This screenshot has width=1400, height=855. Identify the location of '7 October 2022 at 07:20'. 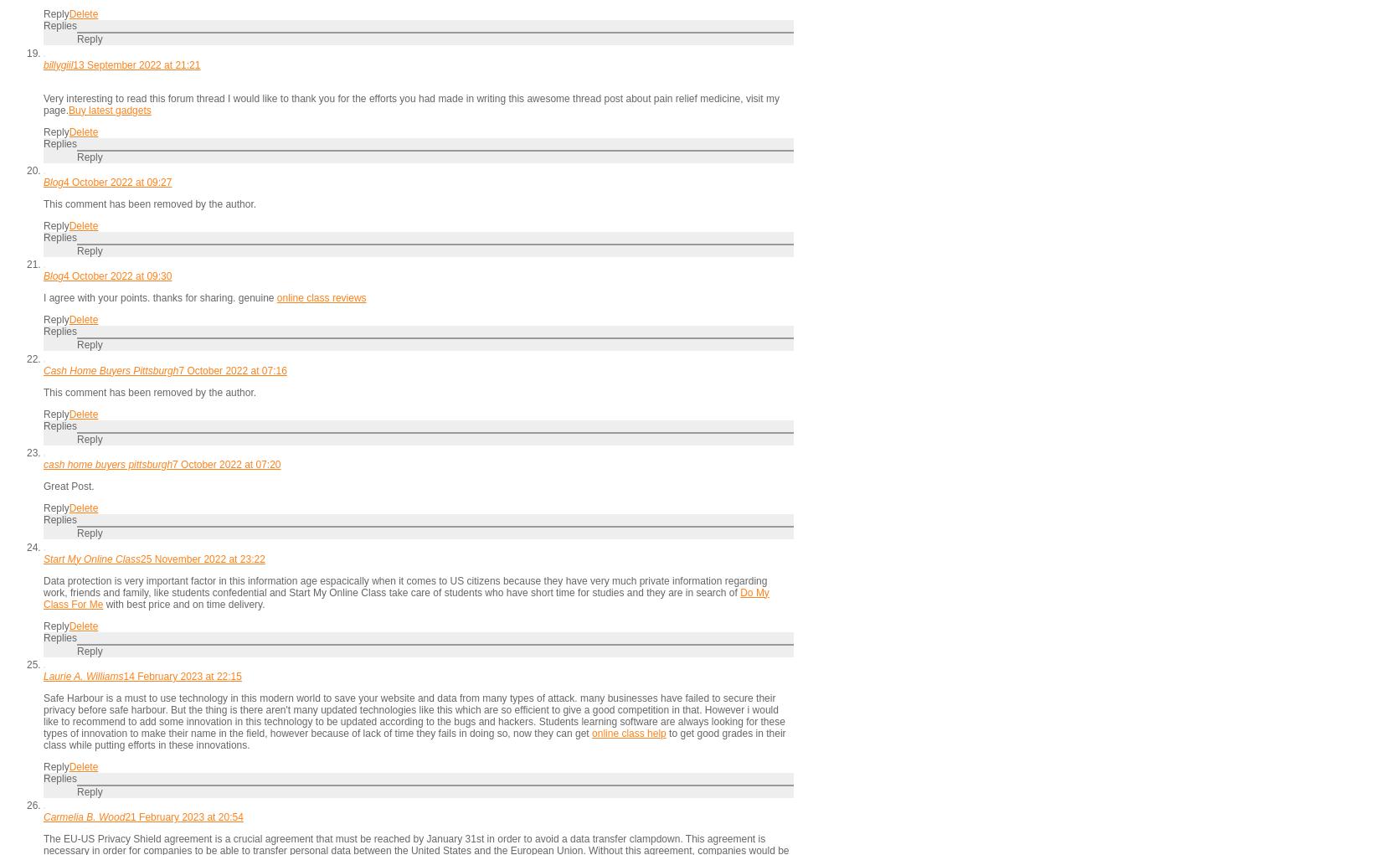
(171, 464).